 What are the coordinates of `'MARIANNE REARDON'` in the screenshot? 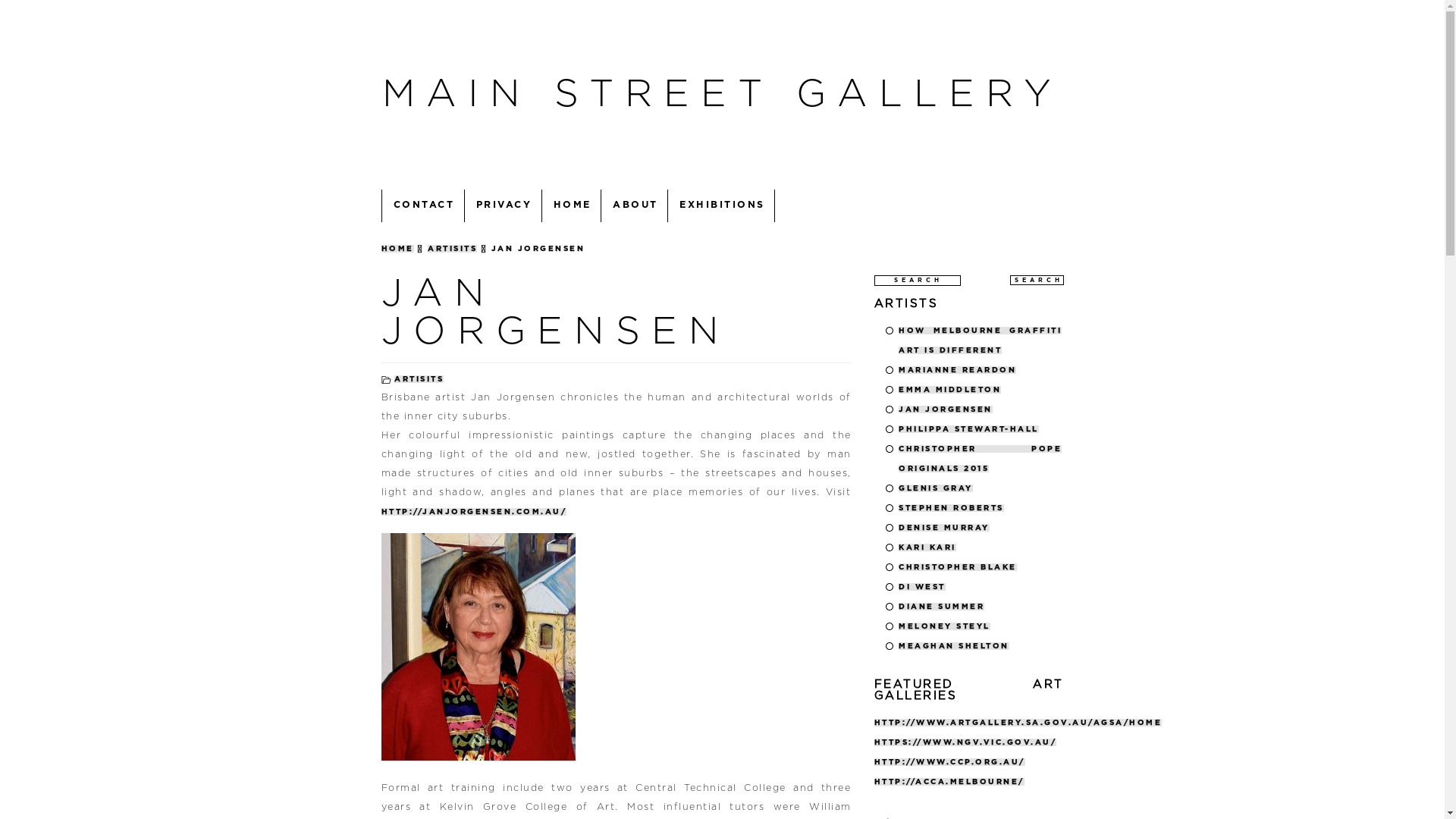 It's located at (956, 369).